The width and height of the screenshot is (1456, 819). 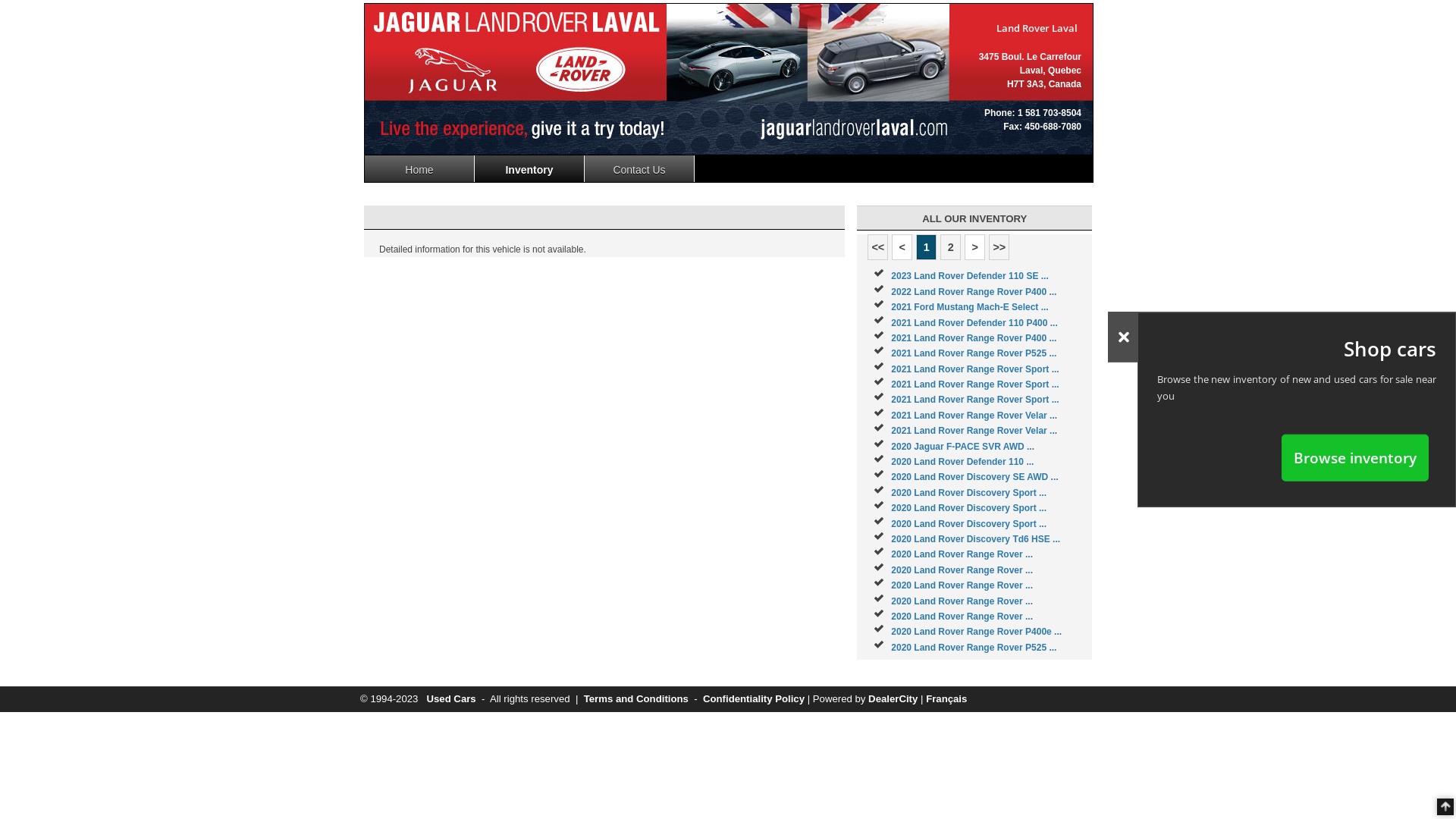 What do you see at coordinates (891, 570) in the screenshot?
I see `'2020 Land Rover Range Rover ...'` at bounding box center [891, 570].